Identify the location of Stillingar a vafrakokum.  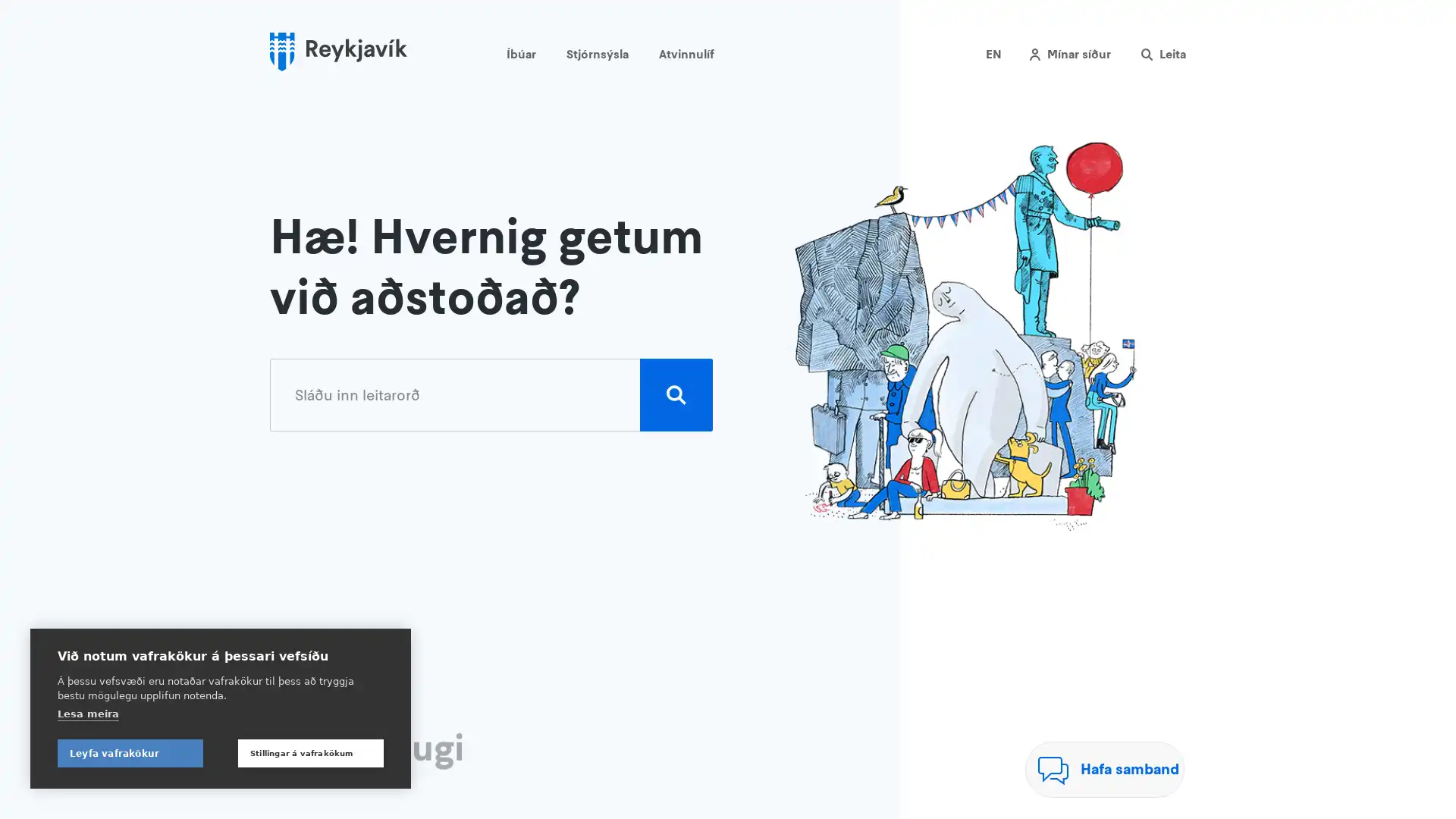
(309, 753).